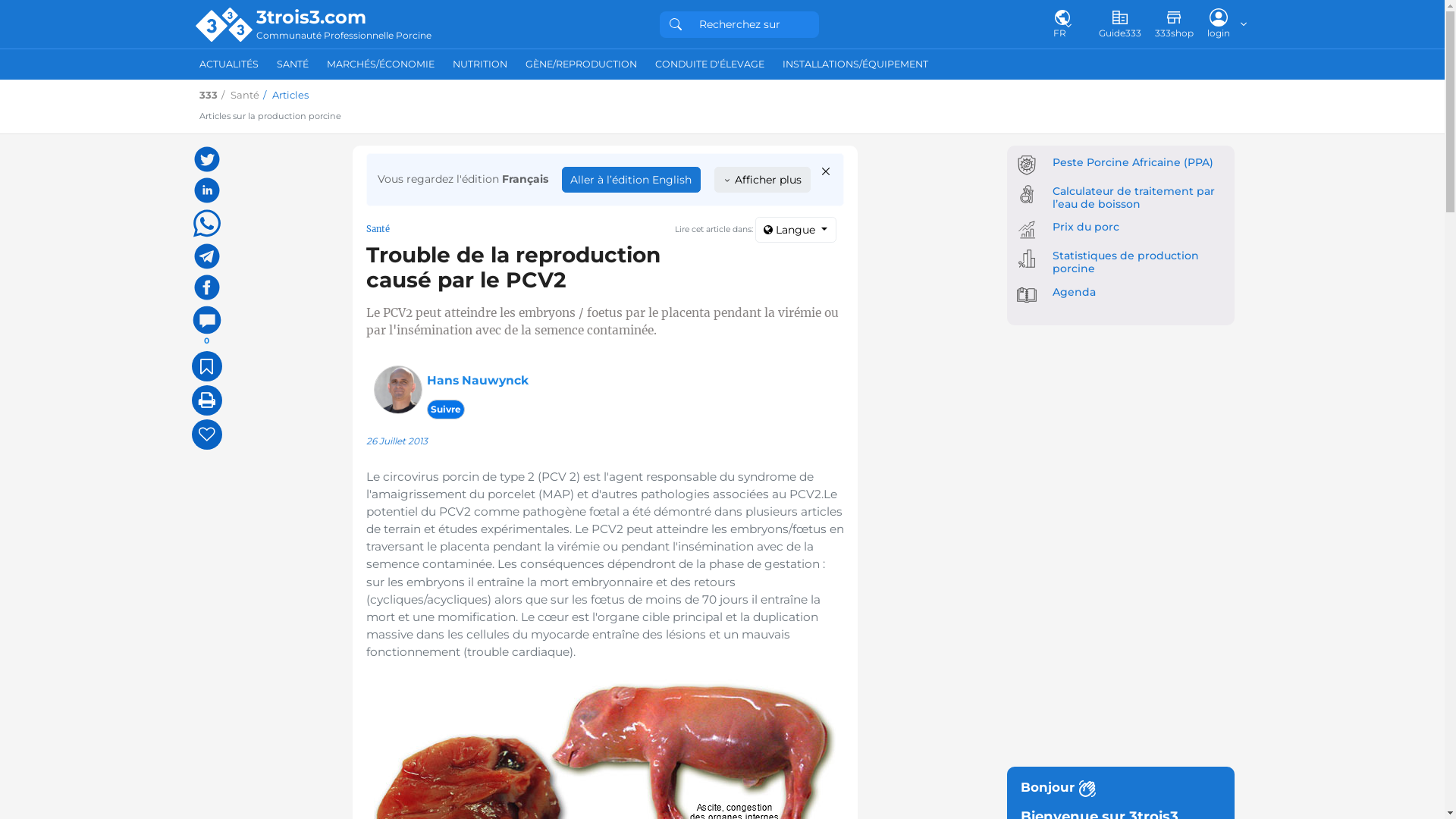  Describe the element at coordinates (1119, 24) in the screenshot. I see `'Guide333'` at that location.